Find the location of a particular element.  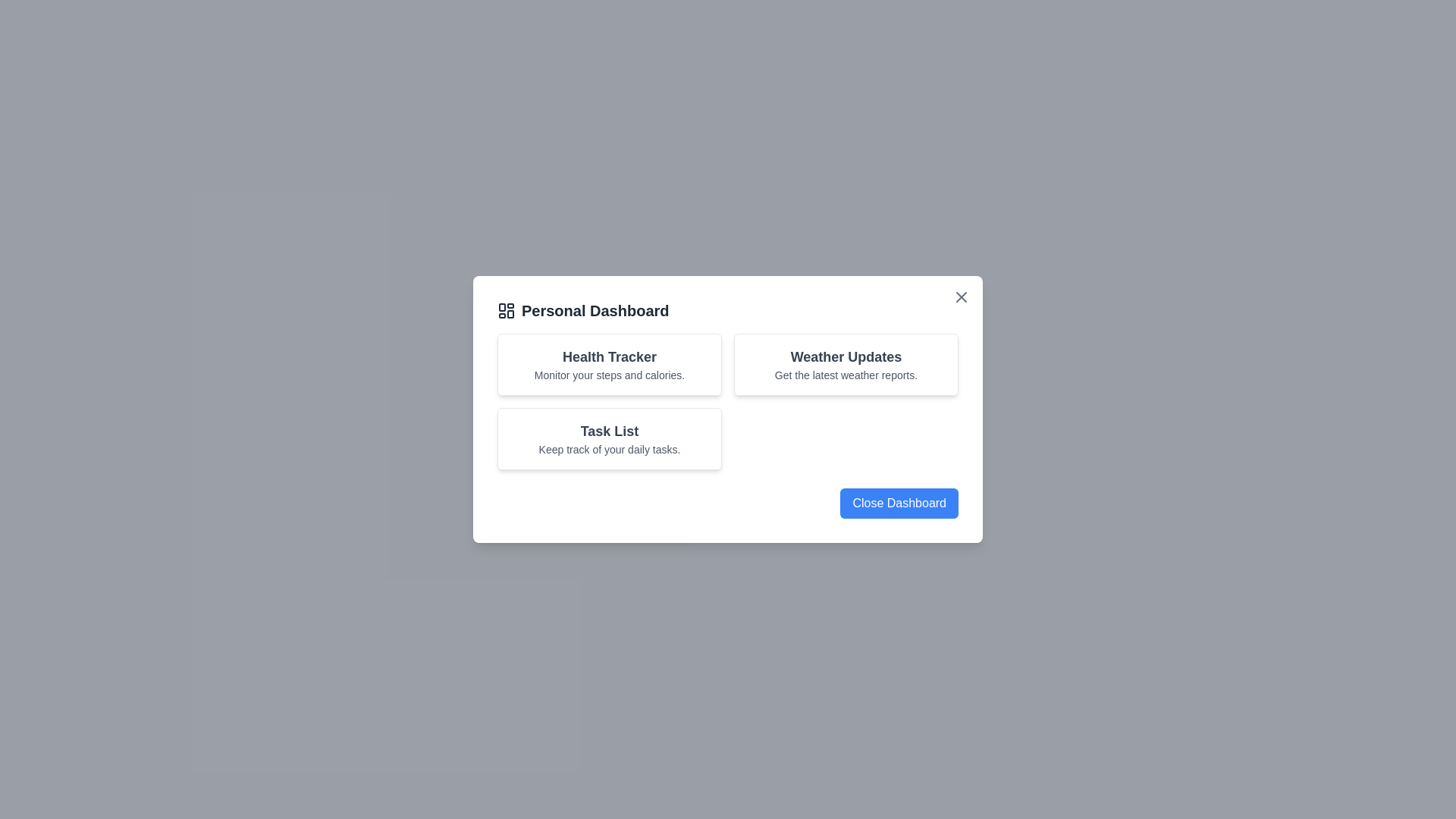

the 'Close Dashboard' button to close the dialog is located at coordinates (899, 503).